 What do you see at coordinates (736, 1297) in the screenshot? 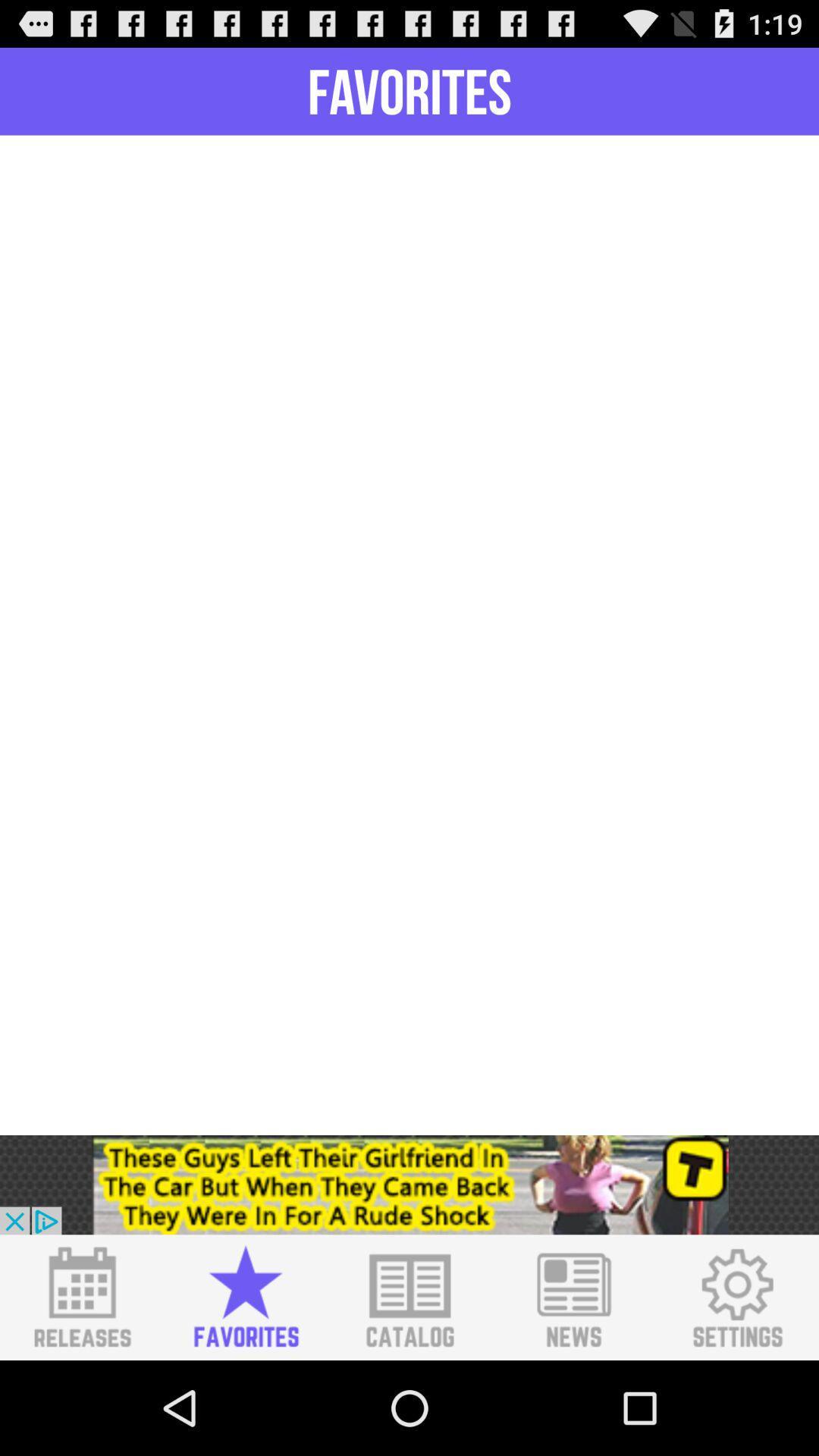
I see `settings` at bounding box center [736, 1297].